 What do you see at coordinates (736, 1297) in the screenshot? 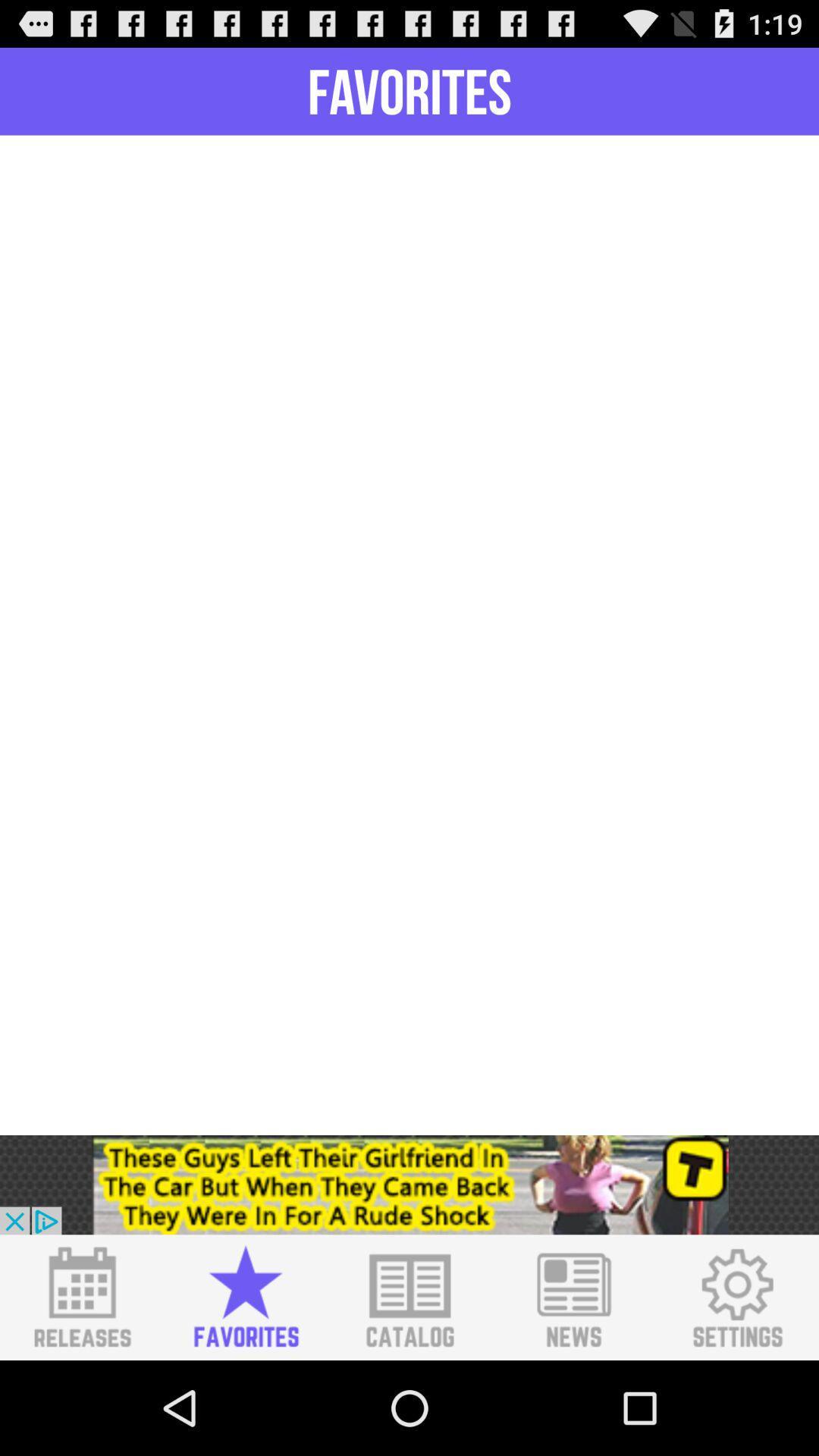
I see `settings` at bounding box center [736, 1297].